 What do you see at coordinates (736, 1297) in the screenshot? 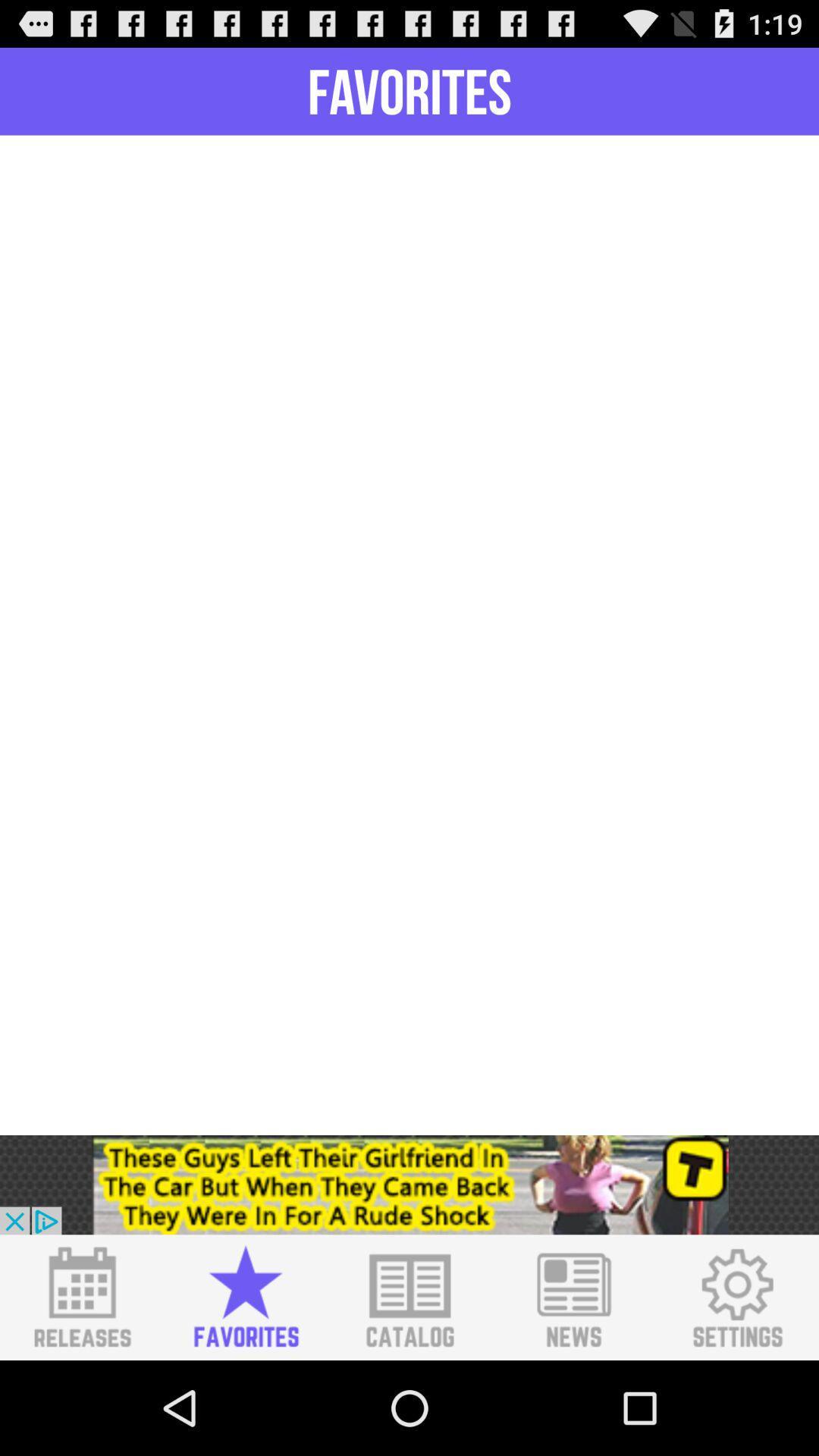
I see `settings` at bounding box center [736, 1297].